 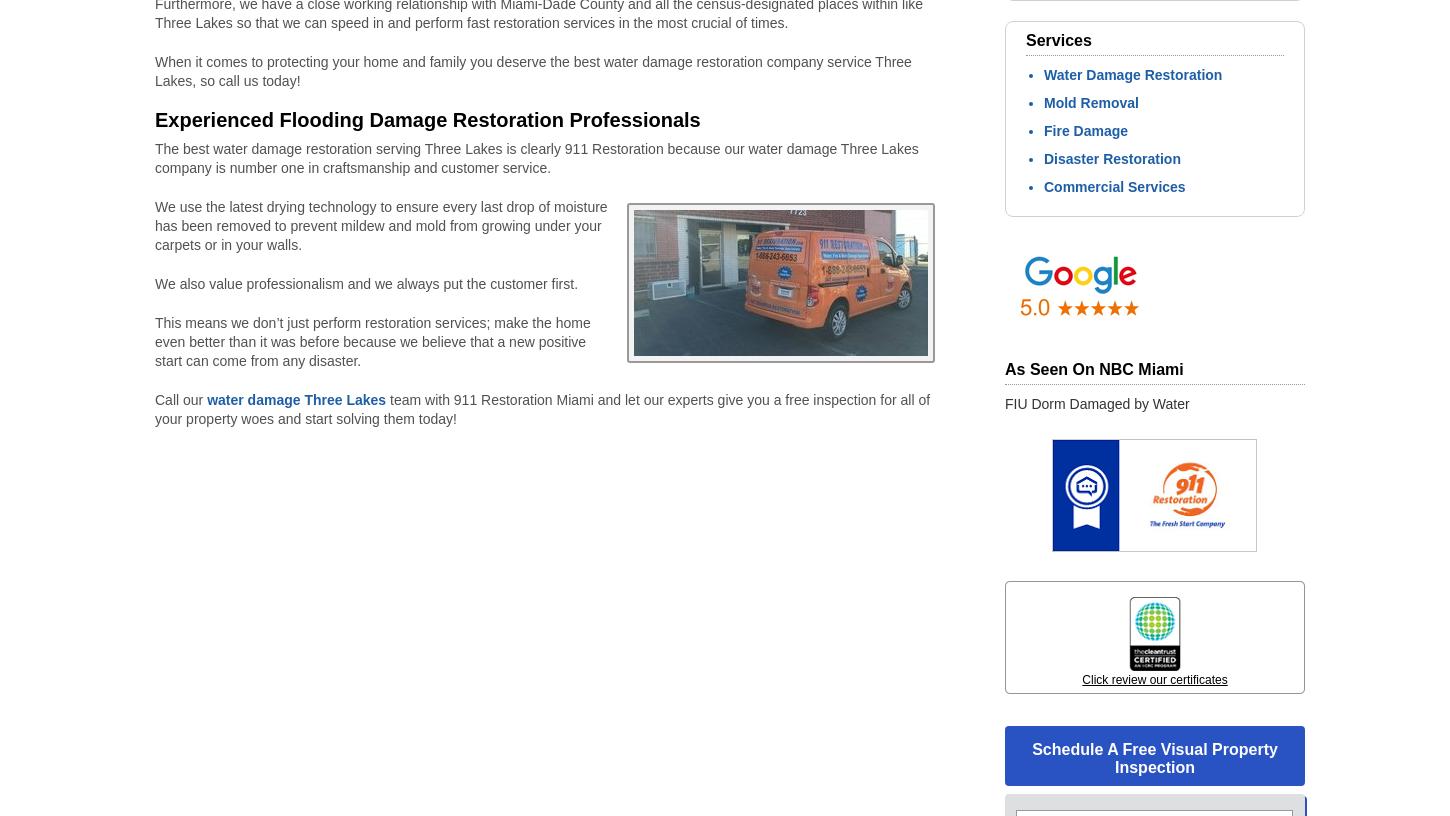 What do you see at coordinates (371, 341) in the screenshot?
I see `'This means we don’t just perform restoration services; make the home even better than it was before because we believe that a new positive start can come from any disaster.'` at bounding box center [371, 341].